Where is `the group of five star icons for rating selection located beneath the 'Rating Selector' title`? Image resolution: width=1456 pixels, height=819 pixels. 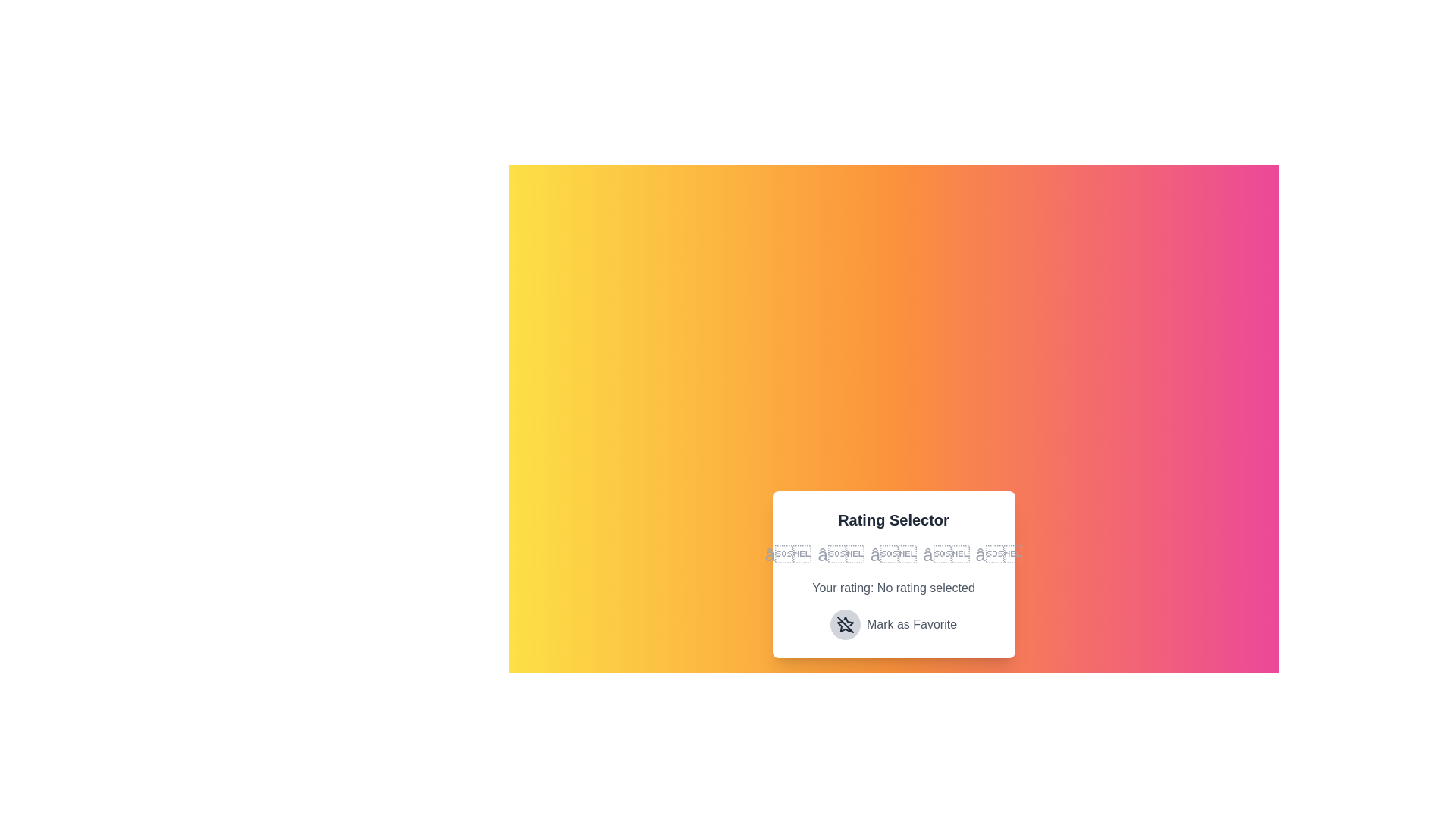
the group of five star icons for rating selection located beneath the 'Rating Selector' title is located at coordinates (893, 555).